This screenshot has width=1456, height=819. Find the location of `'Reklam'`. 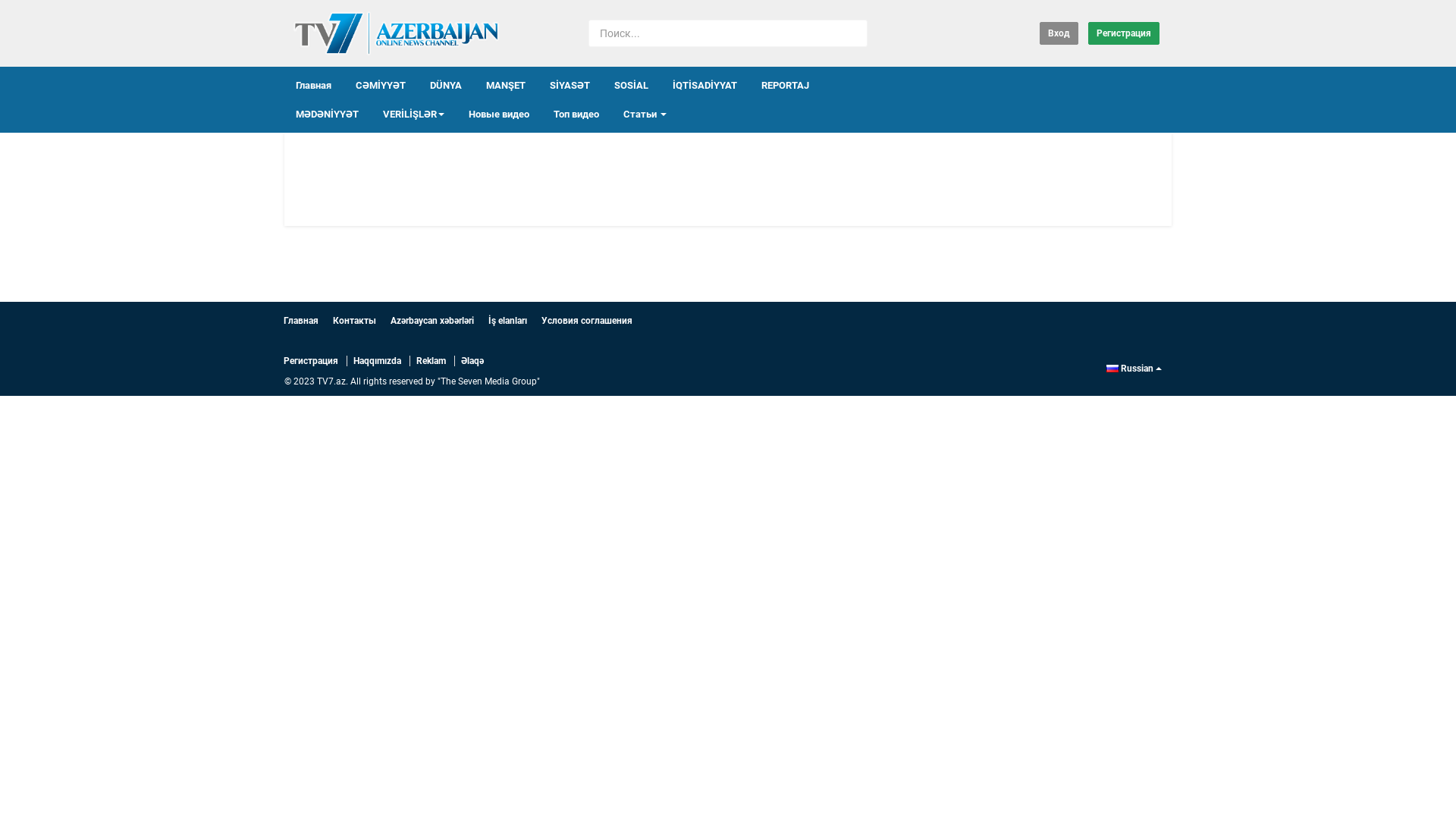

'Reklam' is located at coordinates (430, 360).